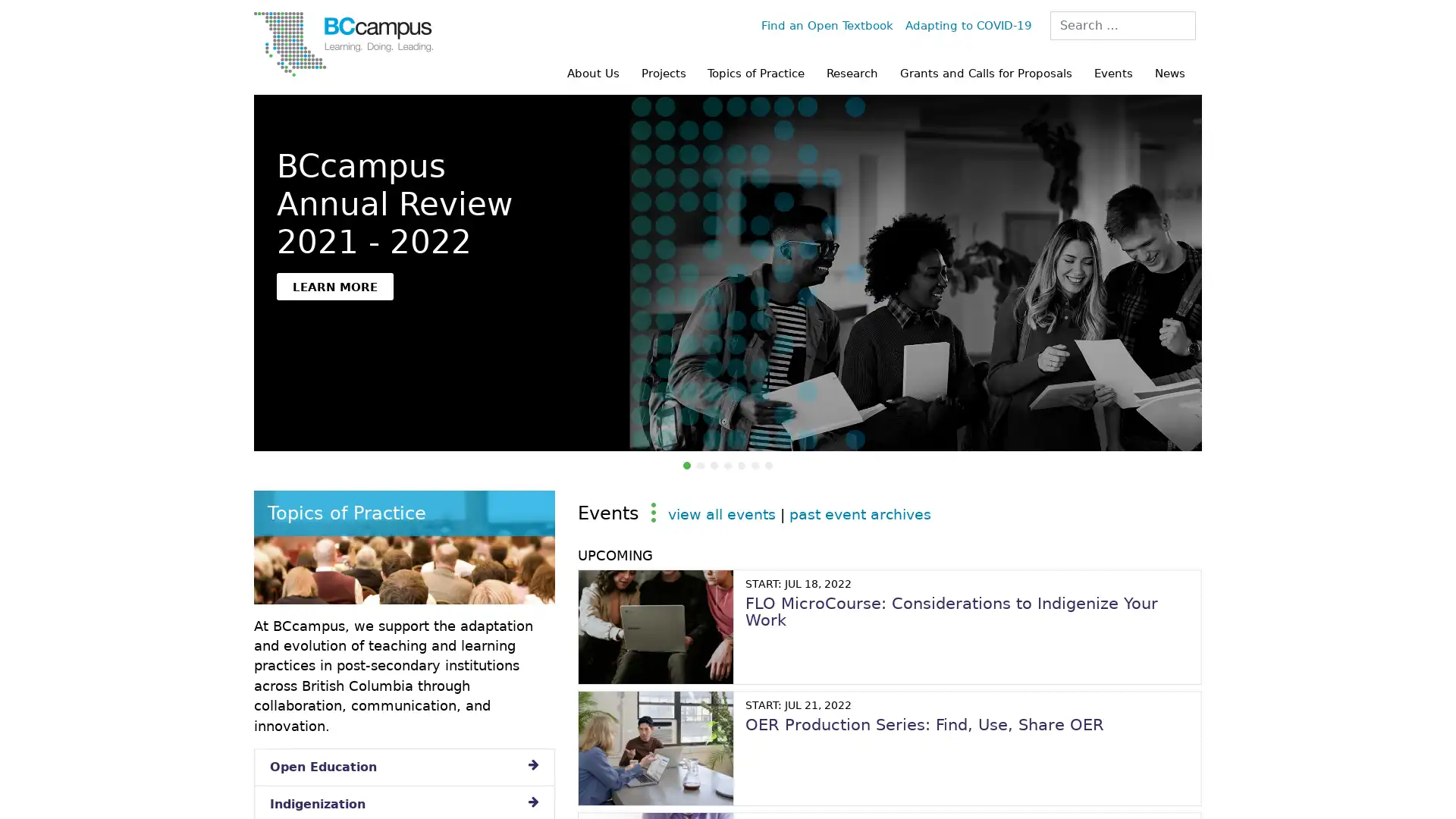 The height and width of the screenshot is (819, 1456). I want to click on Pulling Together: Indigenization, so click(742, 464).